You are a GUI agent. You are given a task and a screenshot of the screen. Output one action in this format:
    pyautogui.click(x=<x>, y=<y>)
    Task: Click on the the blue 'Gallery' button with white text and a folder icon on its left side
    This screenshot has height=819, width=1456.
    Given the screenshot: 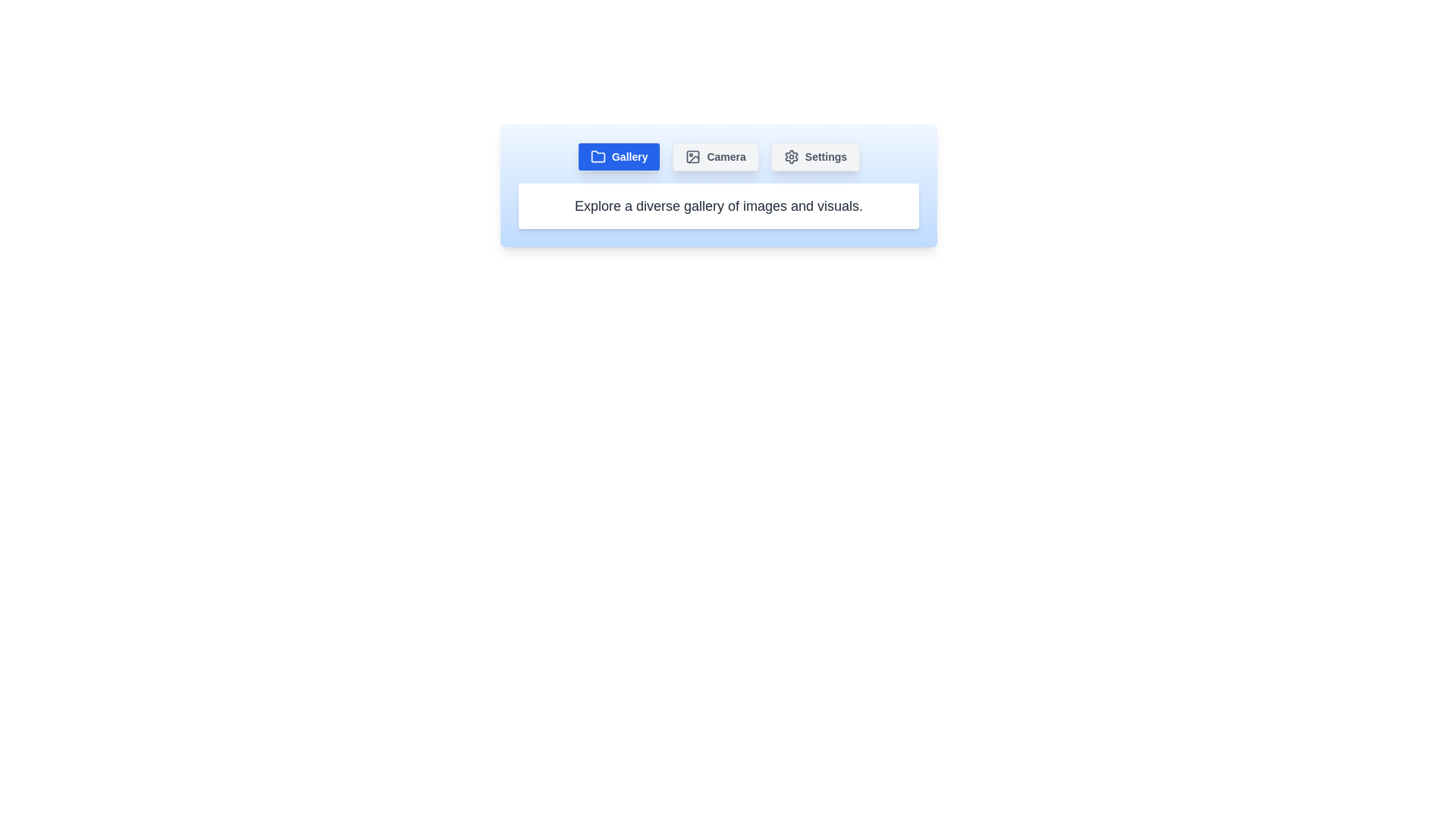 What is the action you would take?
    pyautogui.click(x=619, y=157)
    